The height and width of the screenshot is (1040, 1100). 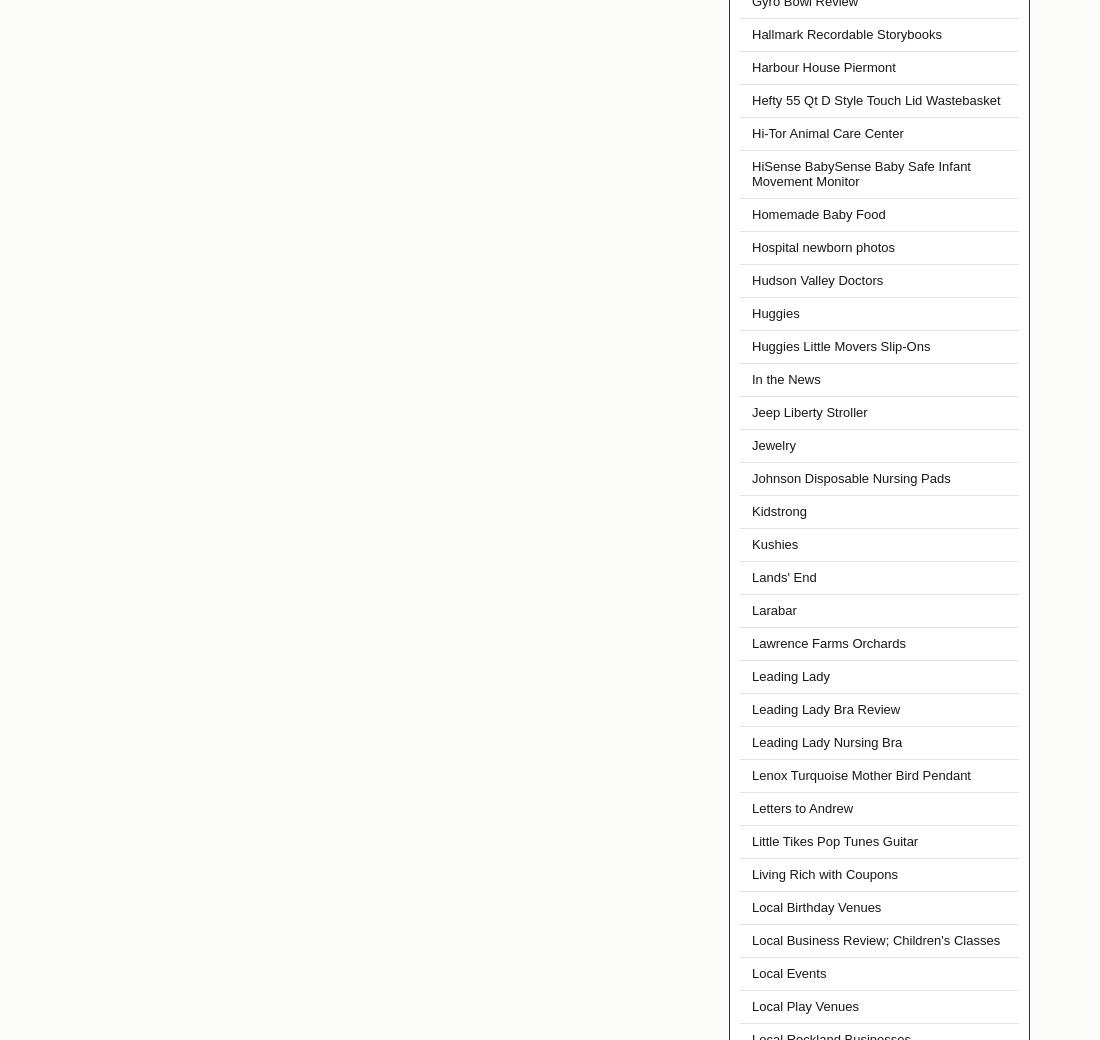 What do you see at coordinates (859, 775) in the screenshot?
I see `'Lenox Turquoise Mother Bird Pendant'` at bounding box center [859, 775].